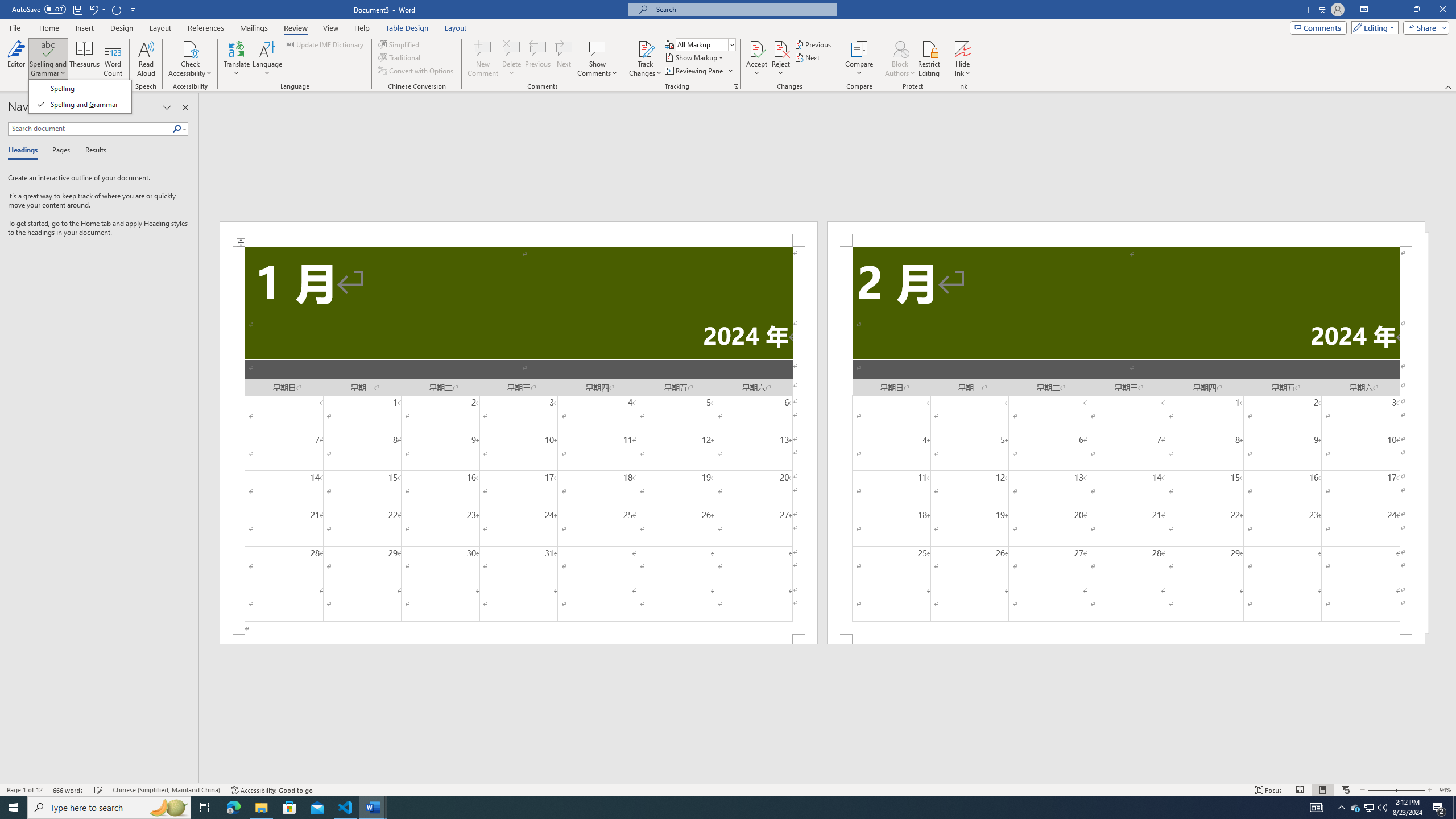 The height and width of the screenshot is (819, 1456). I want to click on 'Thesaurus...', so click(84, 59).